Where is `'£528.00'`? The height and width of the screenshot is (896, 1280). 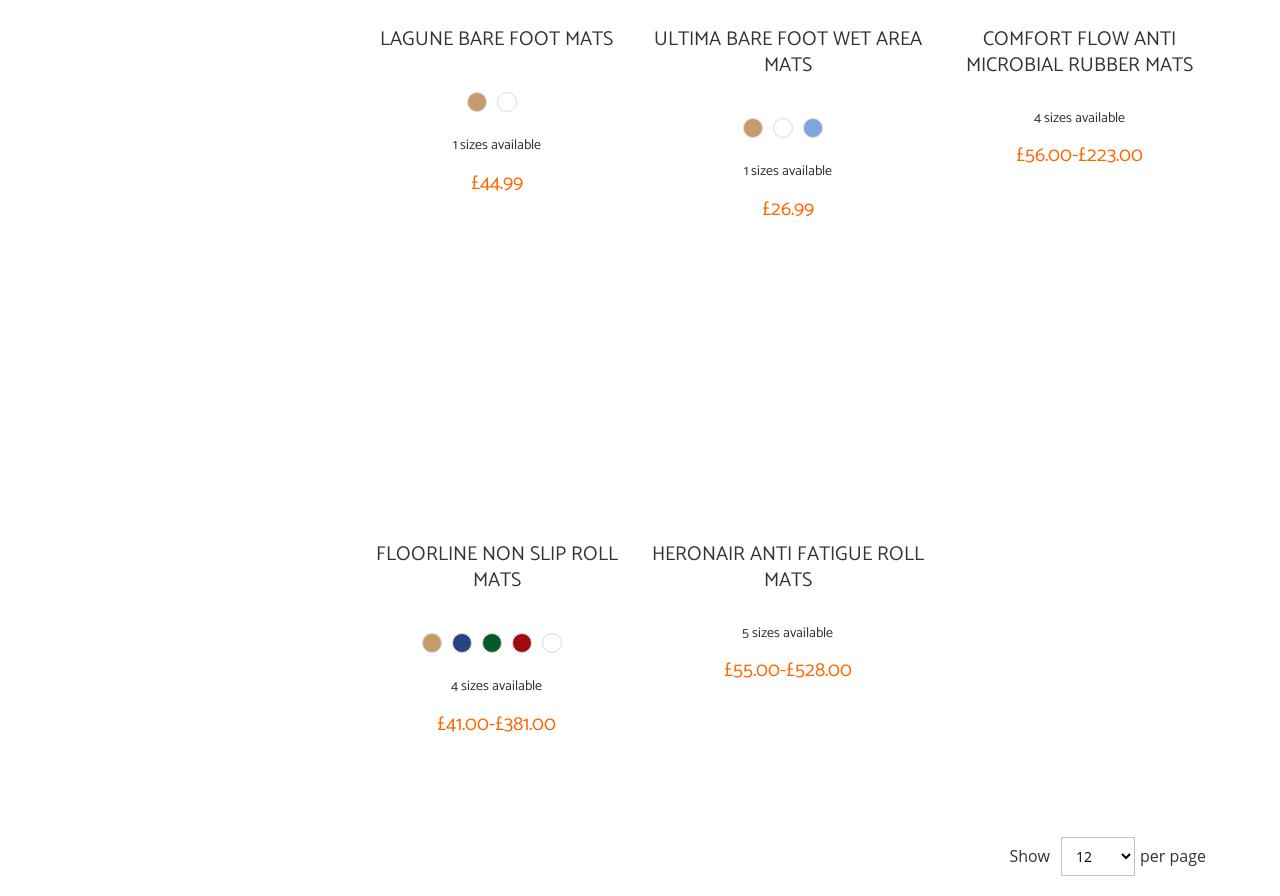 '£528.00' is located at coordinates (784, 670).